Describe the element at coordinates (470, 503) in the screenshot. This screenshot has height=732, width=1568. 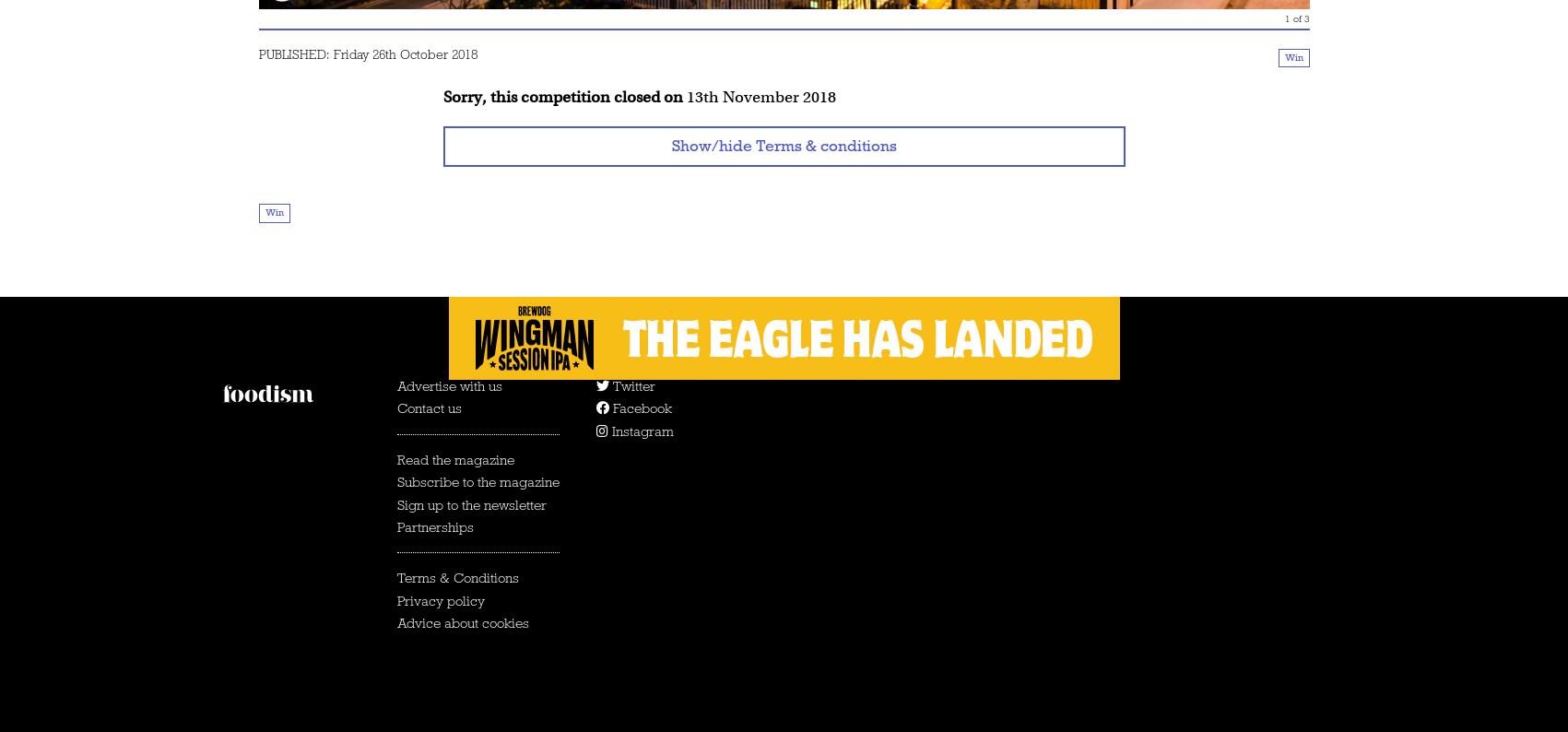
I see `'Sign up to the newsletter'` at that location.